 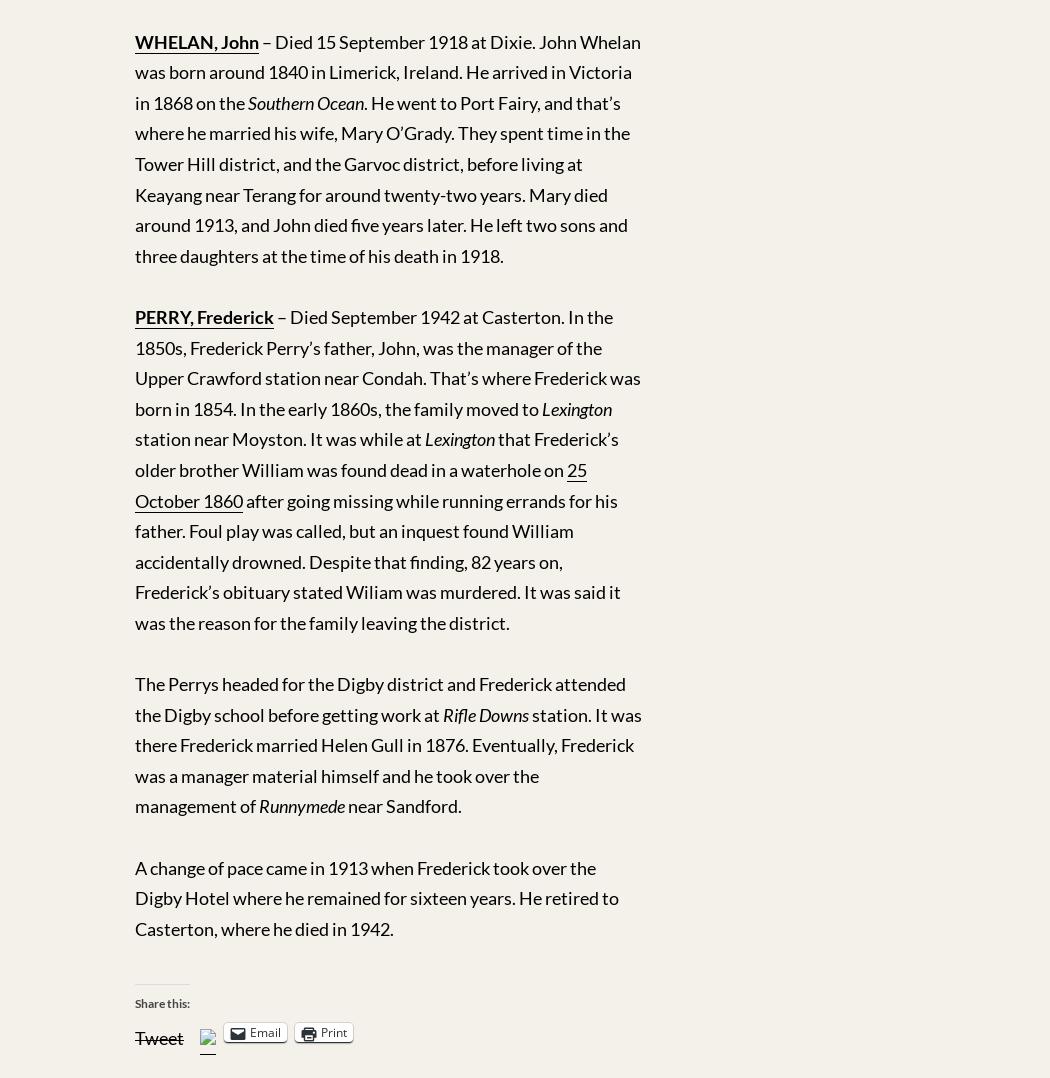 What do you see at coordinates (359, 483) in the screenshot?
I see `'25 October 1860'` at bounding box center [359, 483].